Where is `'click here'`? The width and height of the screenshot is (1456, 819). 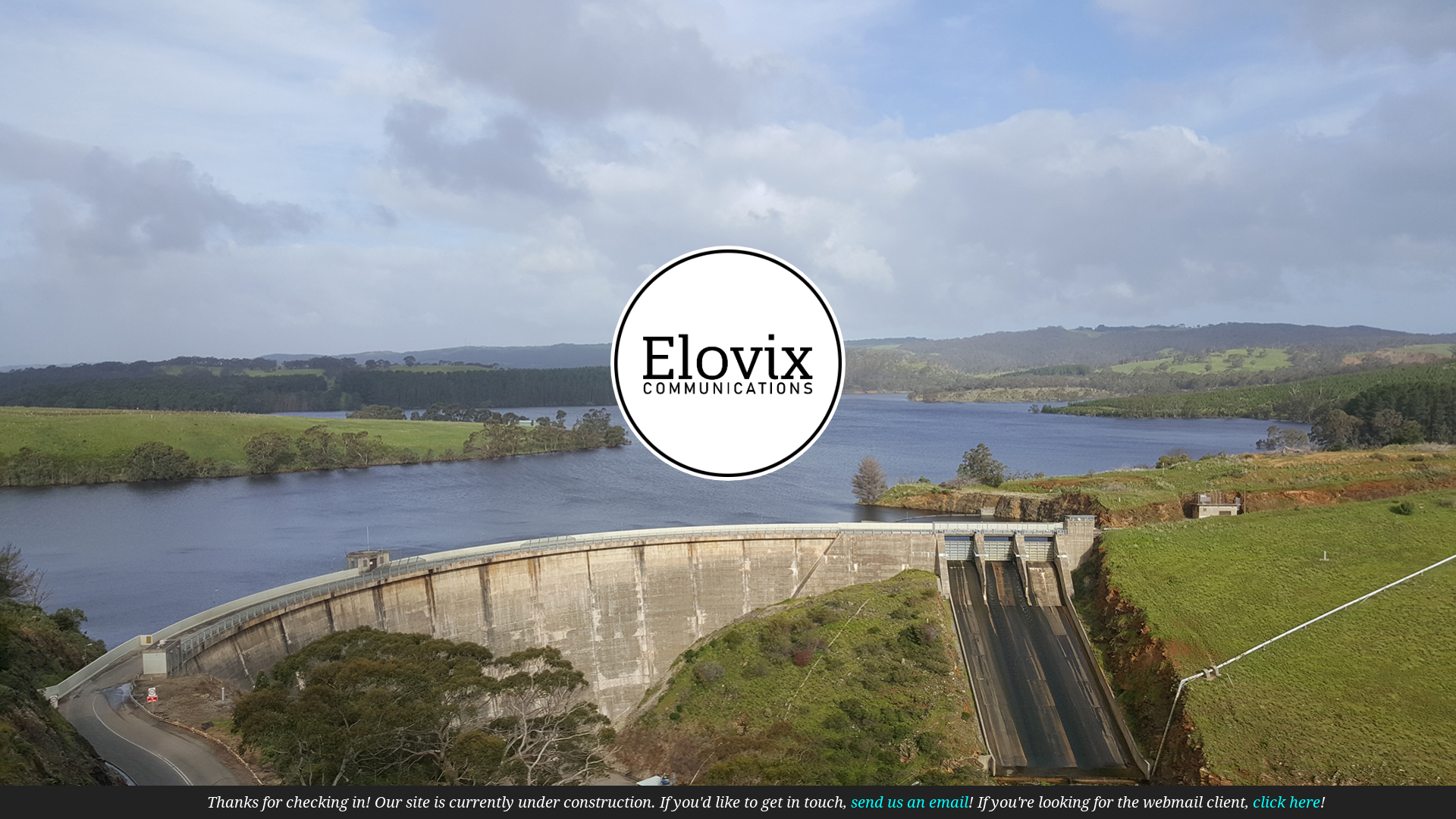 'click here' is located at coordinates (1285, 801).